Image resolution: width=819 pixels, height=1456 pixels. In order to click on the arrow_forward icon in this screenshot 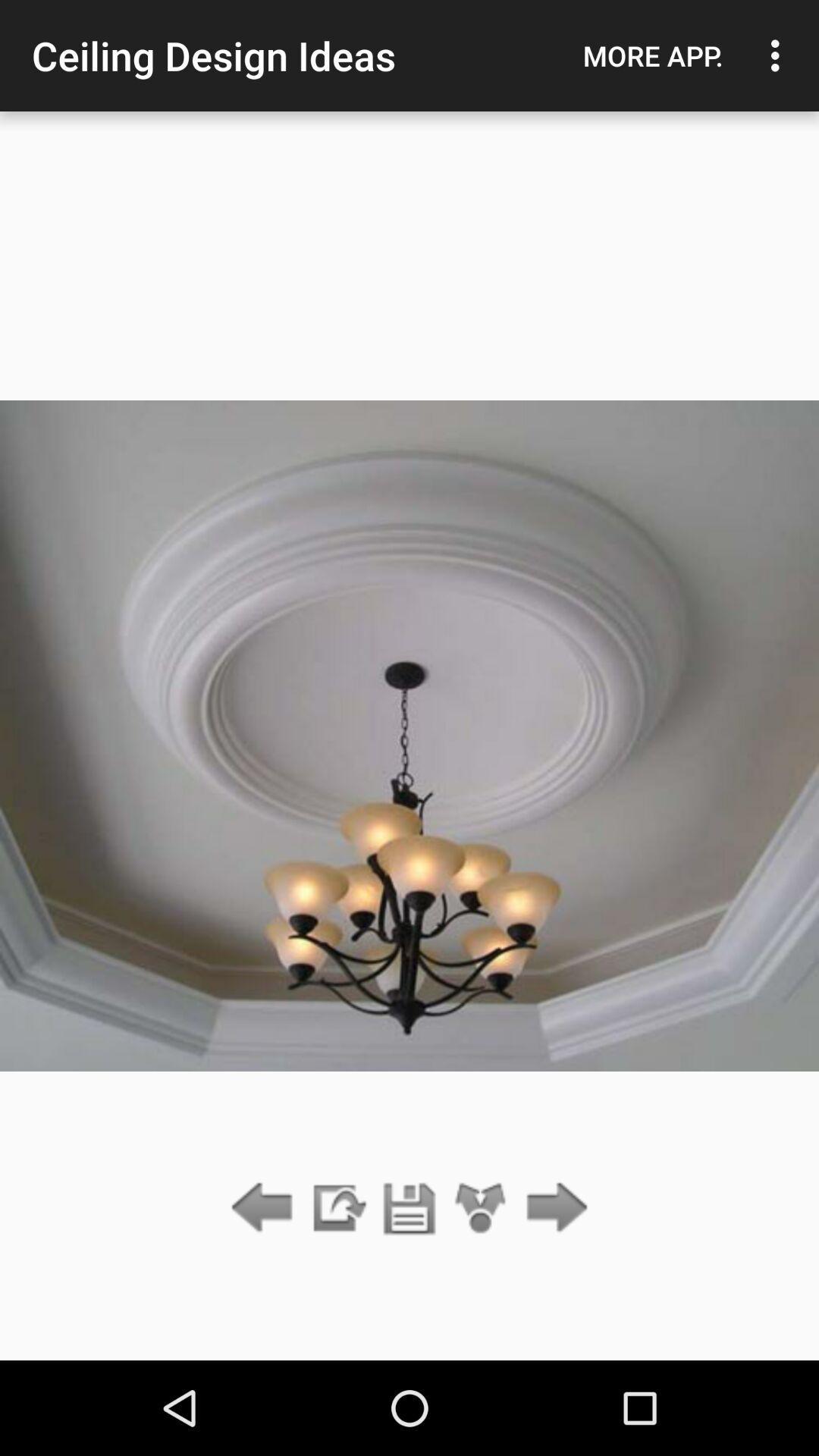, I will do `click(553, 1208)`.